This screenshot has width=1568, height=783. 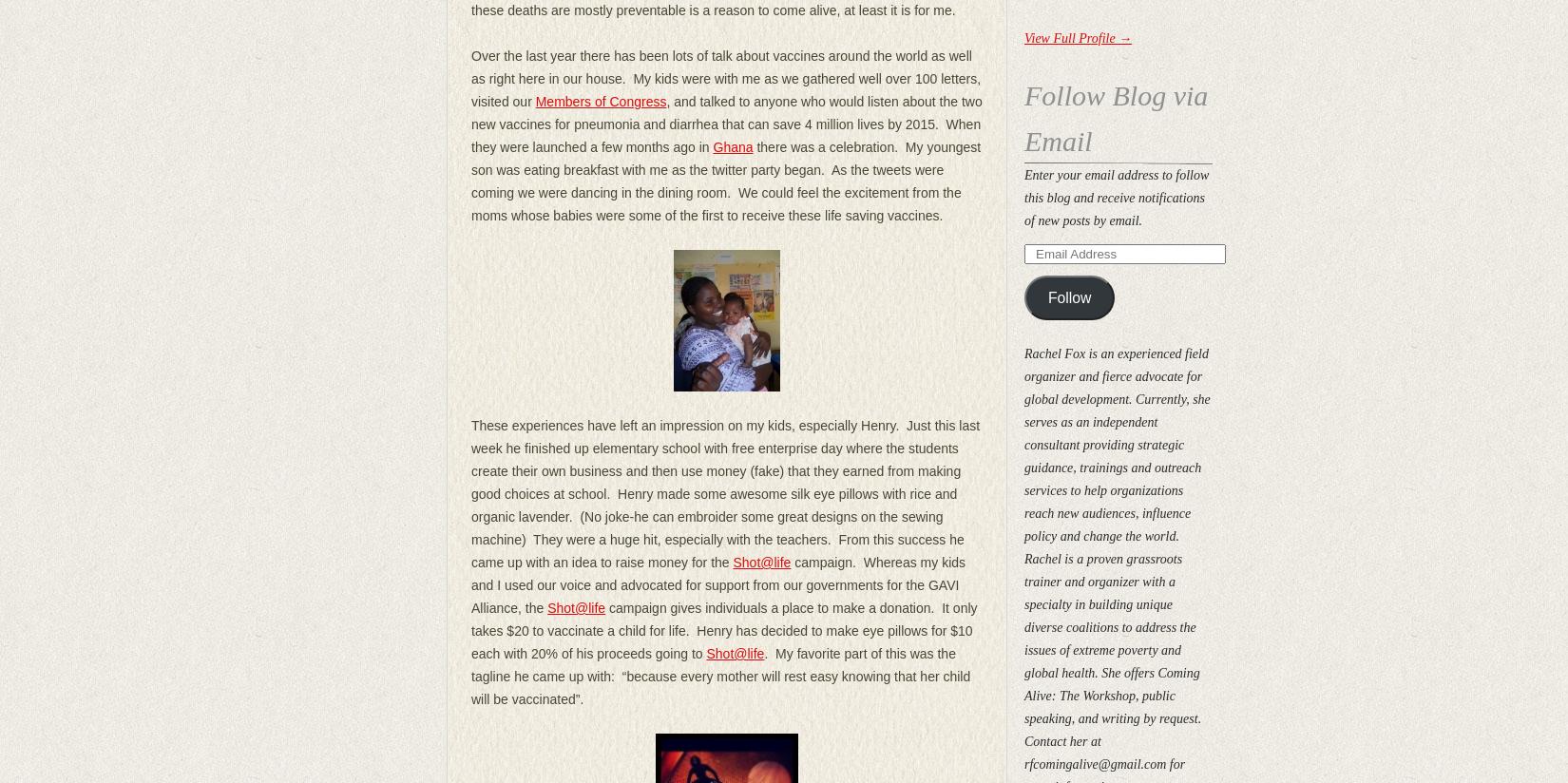 I want to click on 'Follow', so click(x=1047, y=296).